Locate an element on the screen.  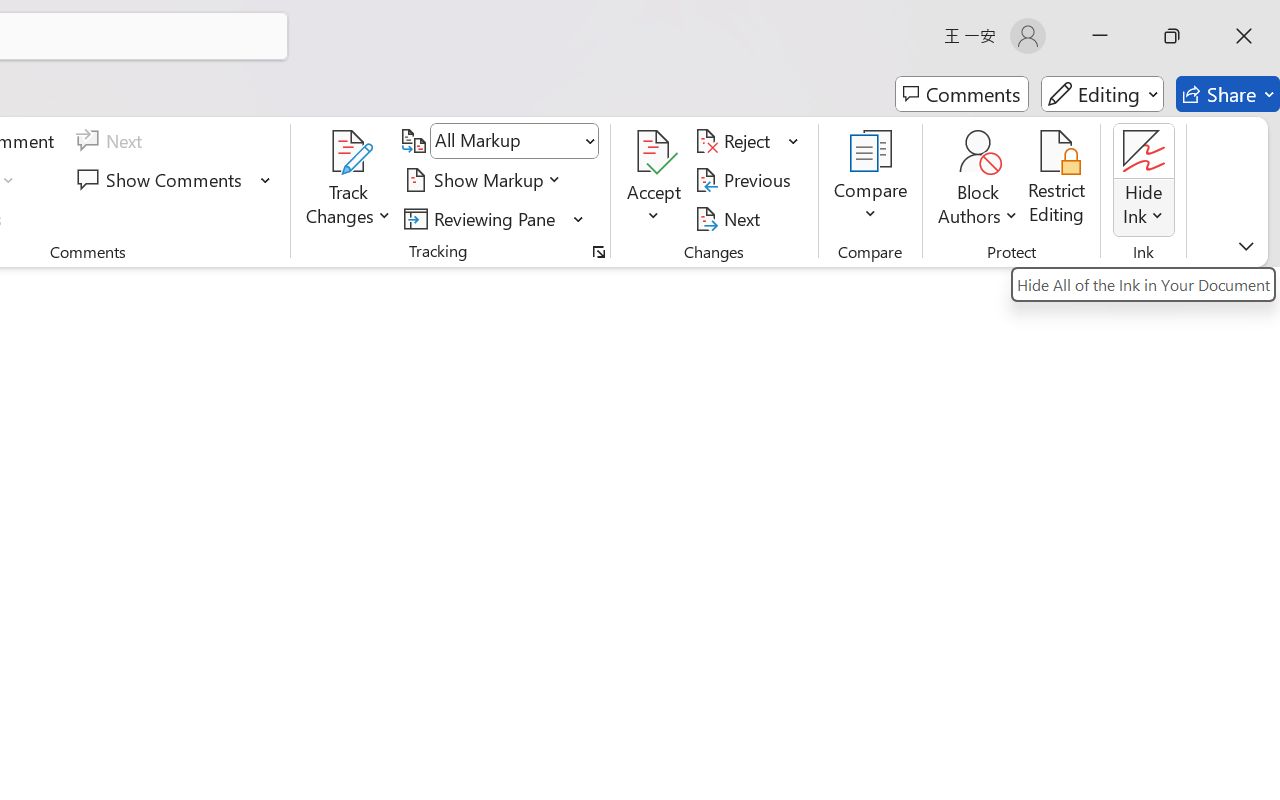
'Compare' is located at coordinates (871, 179).